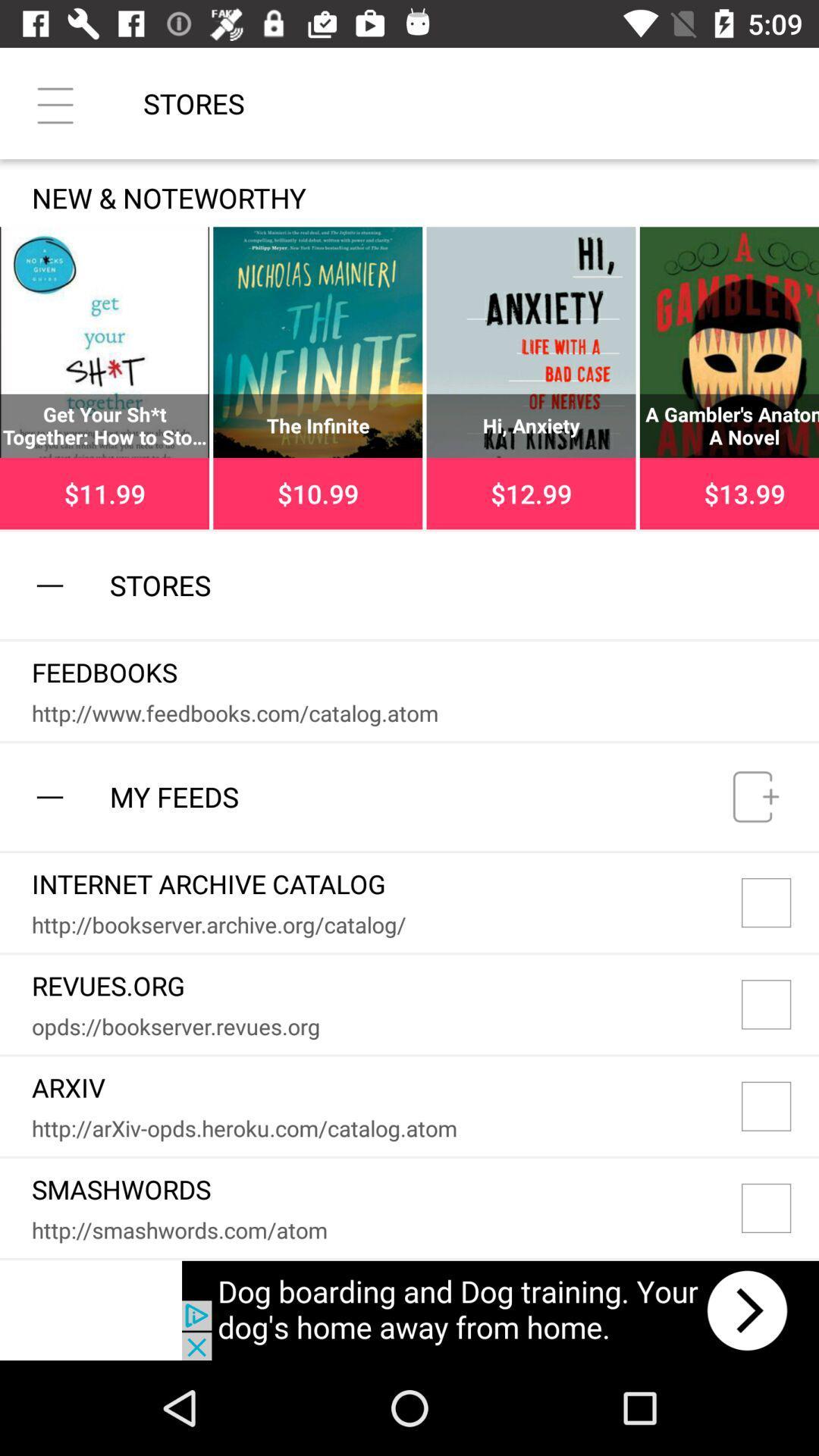 This screenshot has height=1456, width=819. I want to click on check the box, so click(780, 902).